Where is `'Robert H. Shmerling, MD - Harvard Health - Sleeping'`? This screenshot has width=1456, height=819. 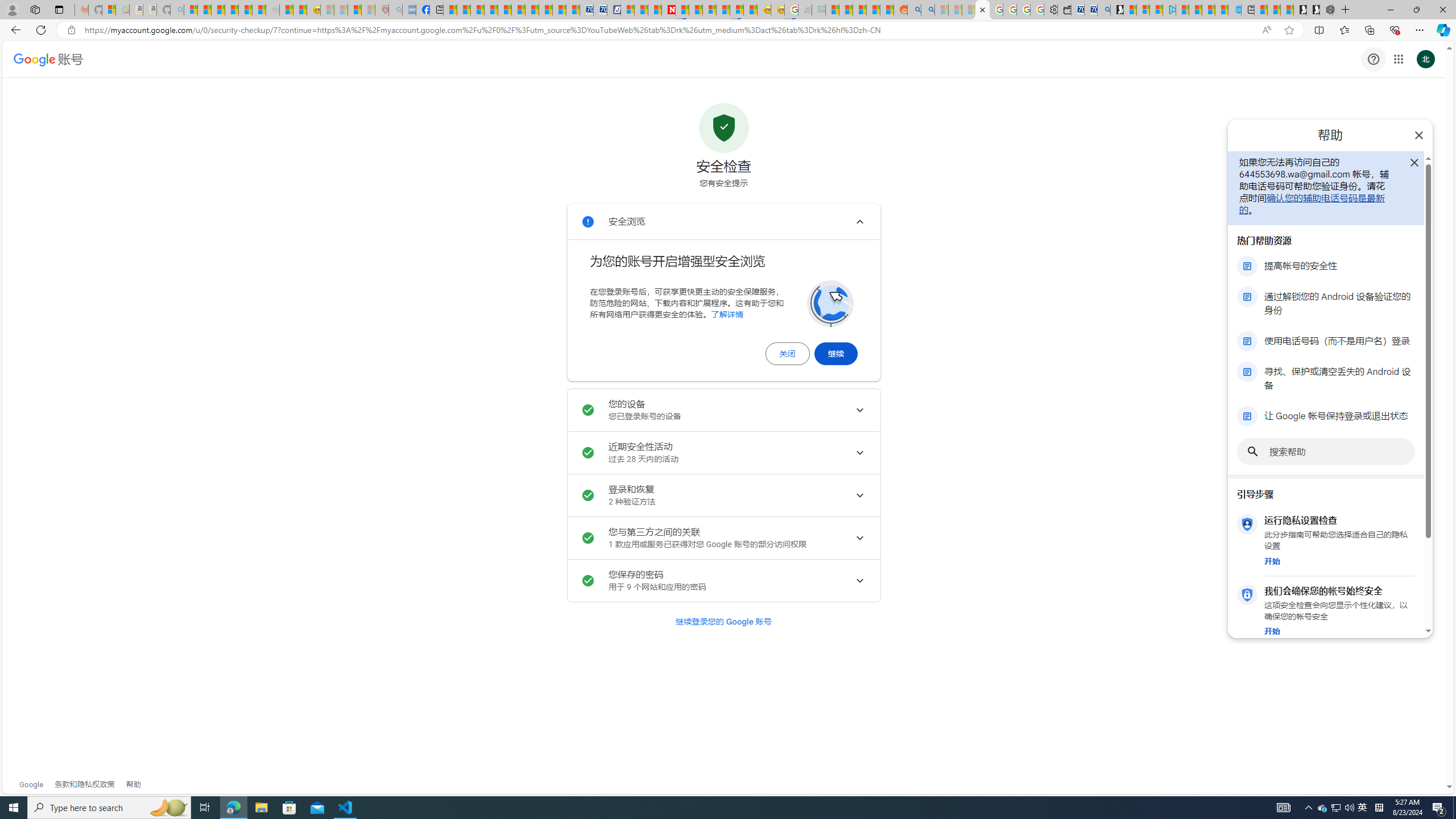 'Robert H. Shmerling, MD - Harvard Health - Sleeping' is located at coordinates (380, 9).